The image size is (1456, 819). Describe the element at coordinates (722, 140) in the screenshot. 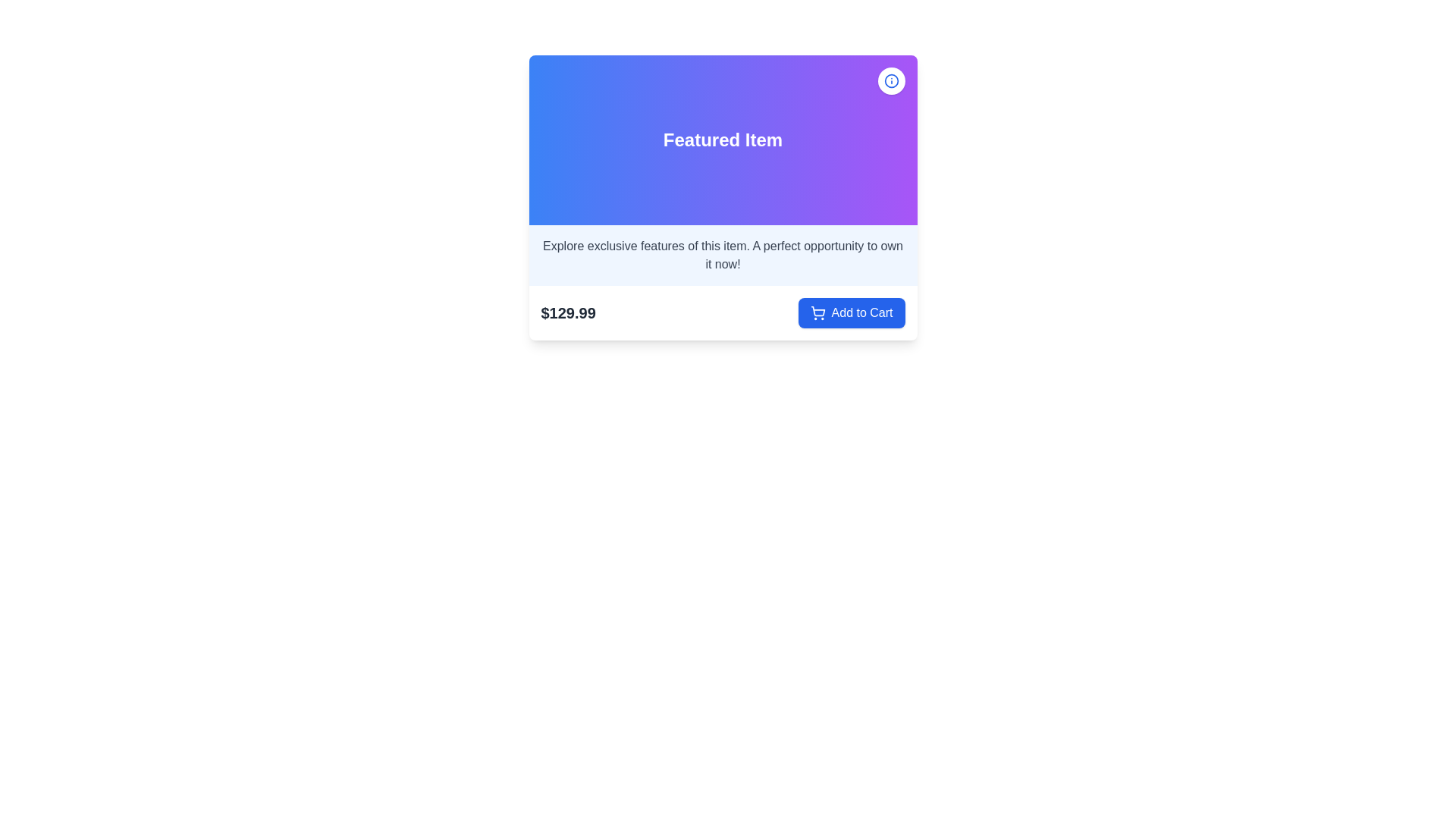

I see `the prominent title text block at the top center of the card, which indicates the featured item being displayed` at that location.